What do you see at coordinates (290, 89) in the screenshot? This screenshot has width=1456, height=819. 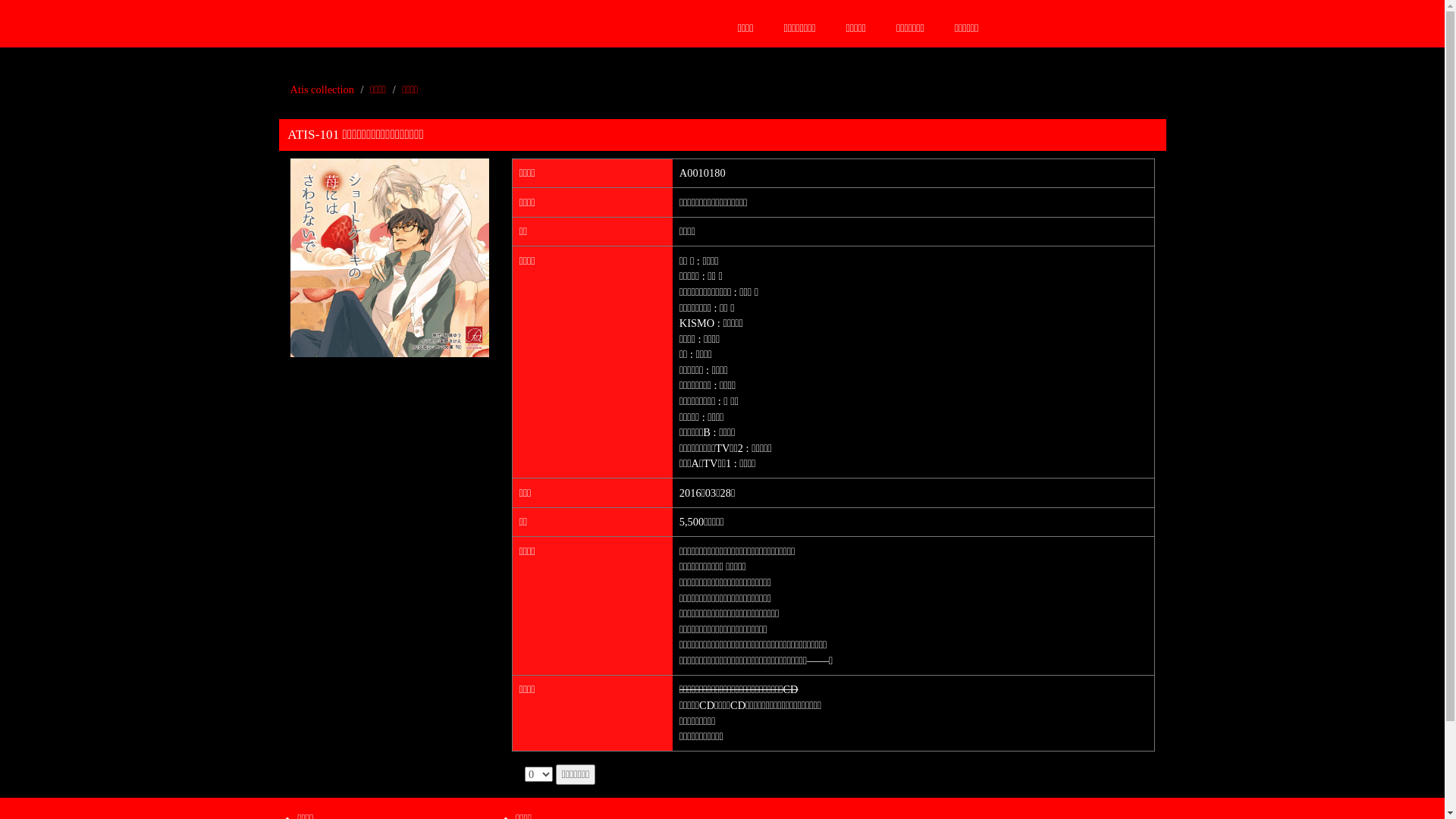 I see `'Atis collection'` at bounding box center [290, 89].